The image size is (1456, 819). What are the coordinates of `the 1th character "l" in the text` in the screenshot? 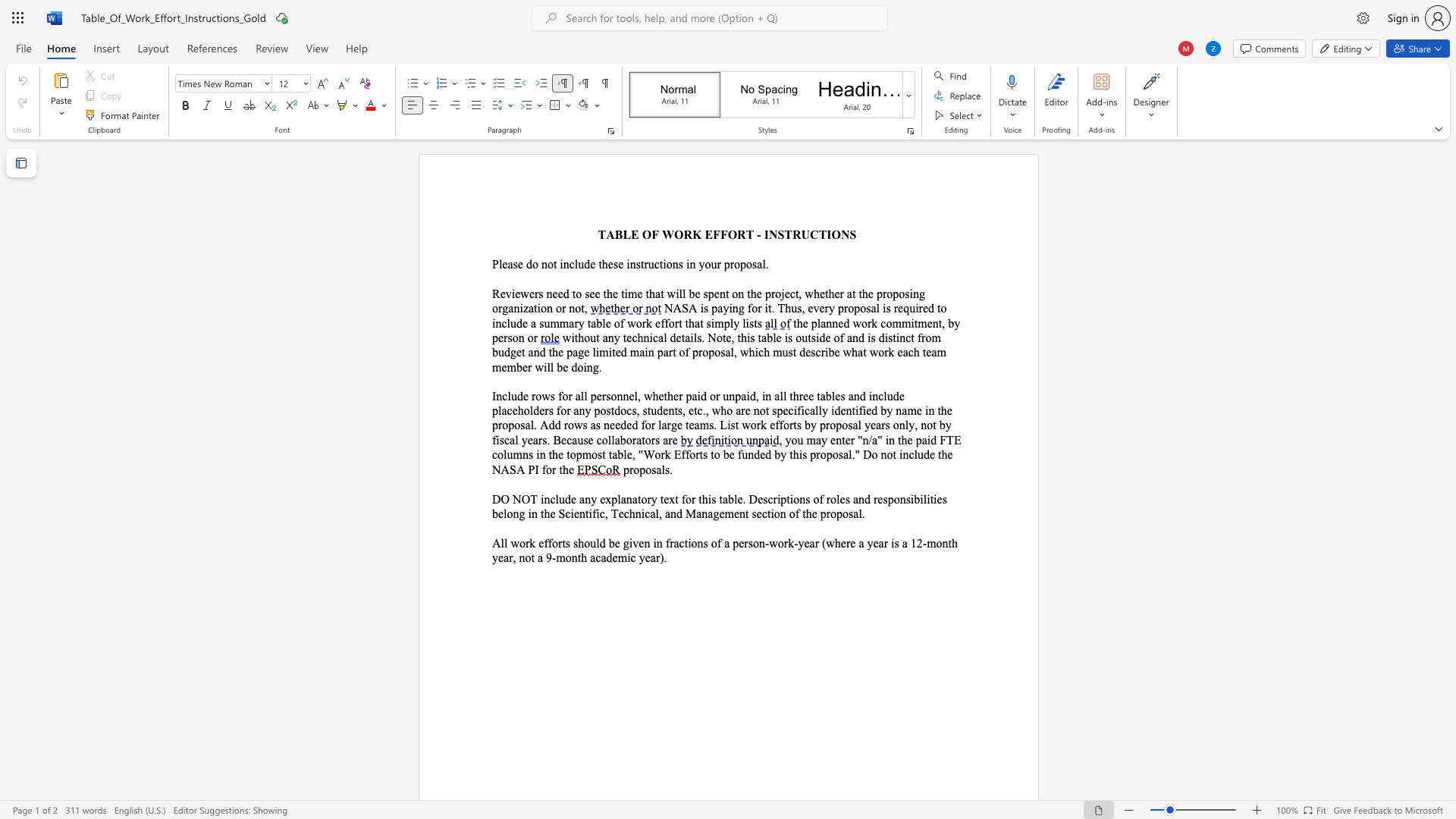 It's located at (509, 395).